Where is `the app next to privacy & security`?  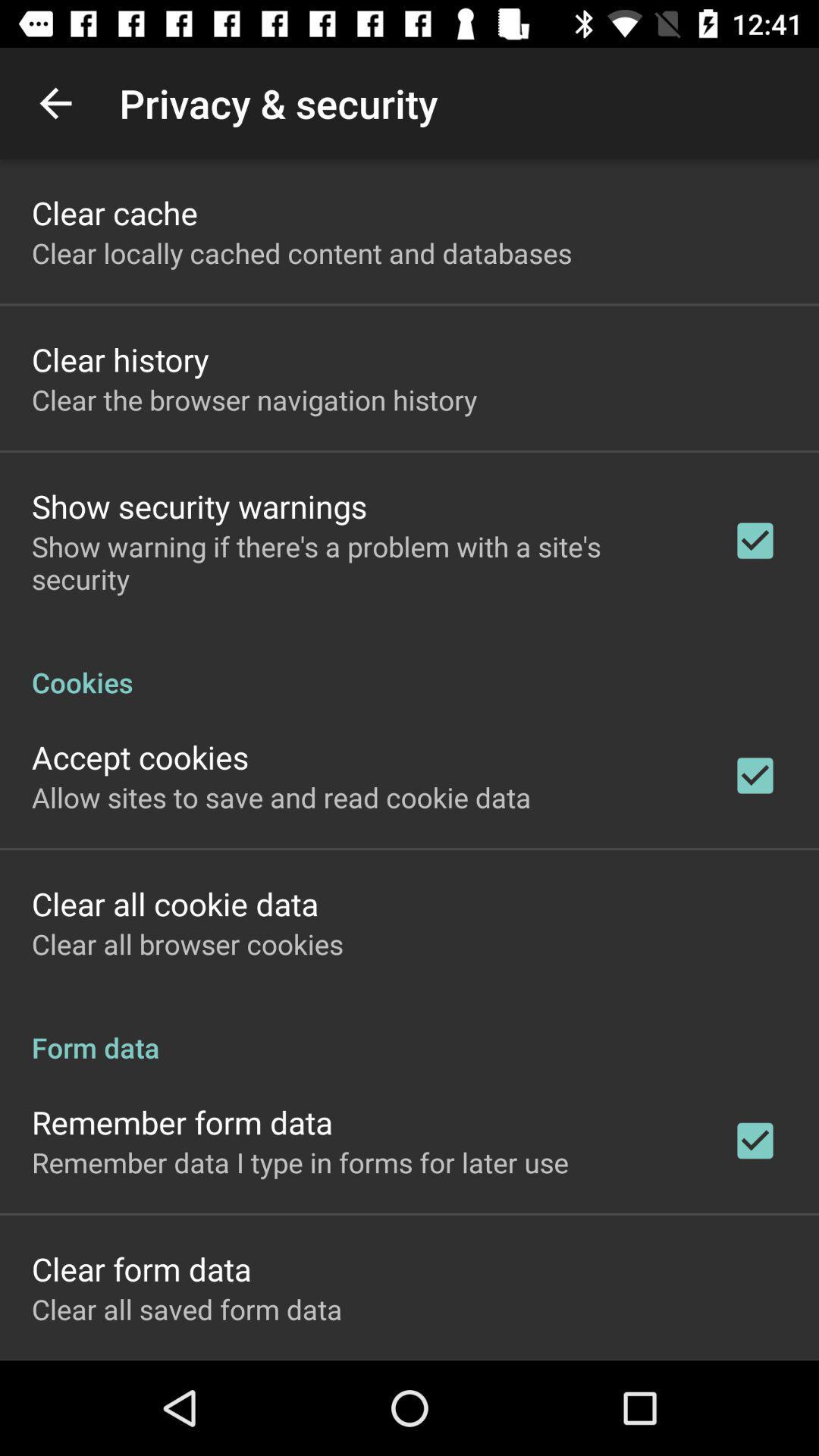 the app next to privacy & security is located at coordinates (55, 102).